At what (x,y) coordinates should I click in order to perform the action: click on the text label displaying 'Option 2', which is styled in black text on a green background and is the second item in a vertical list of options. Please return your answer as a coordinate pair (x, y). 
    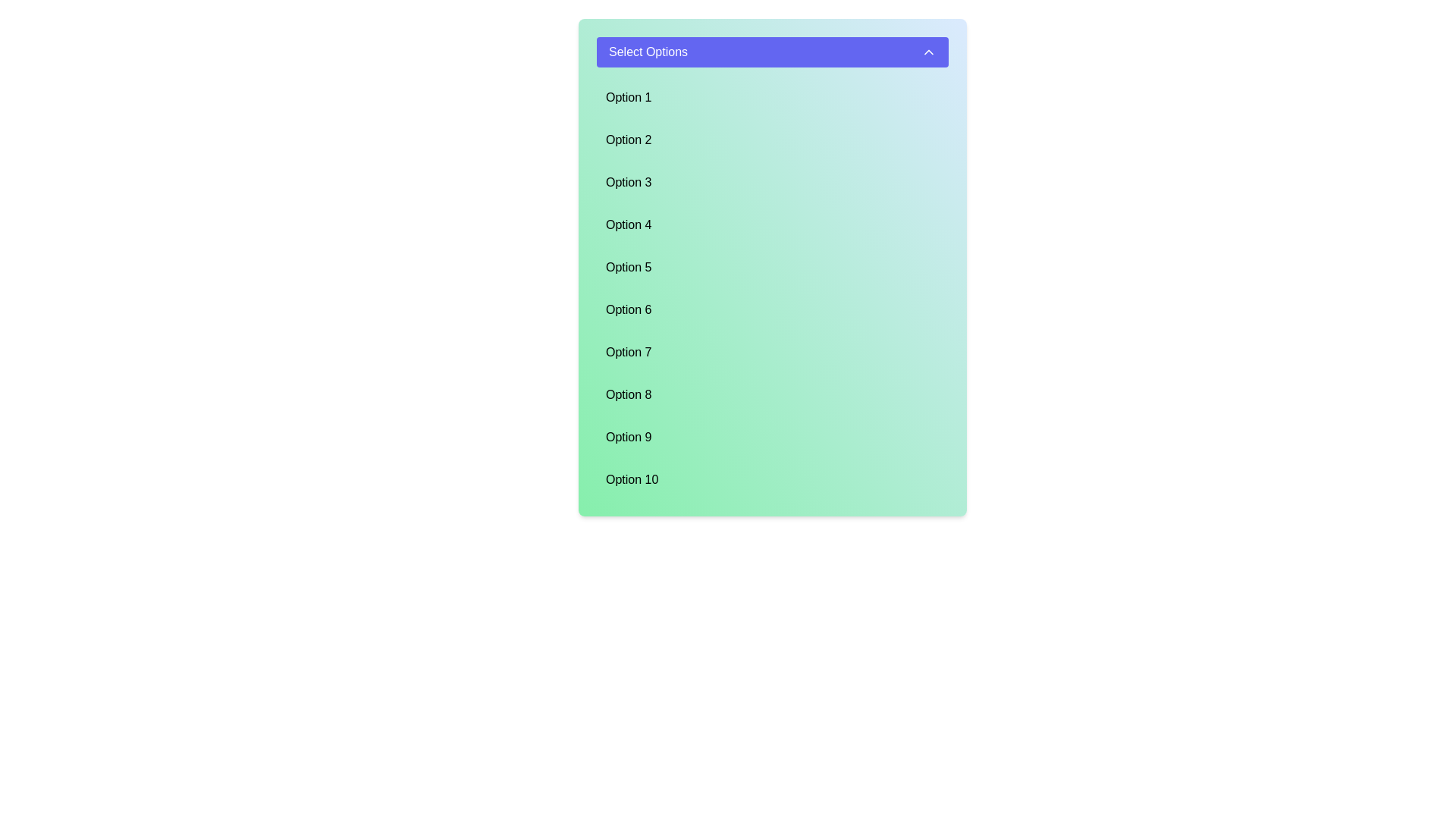
    Looking at the image, I should click on (629, 140).